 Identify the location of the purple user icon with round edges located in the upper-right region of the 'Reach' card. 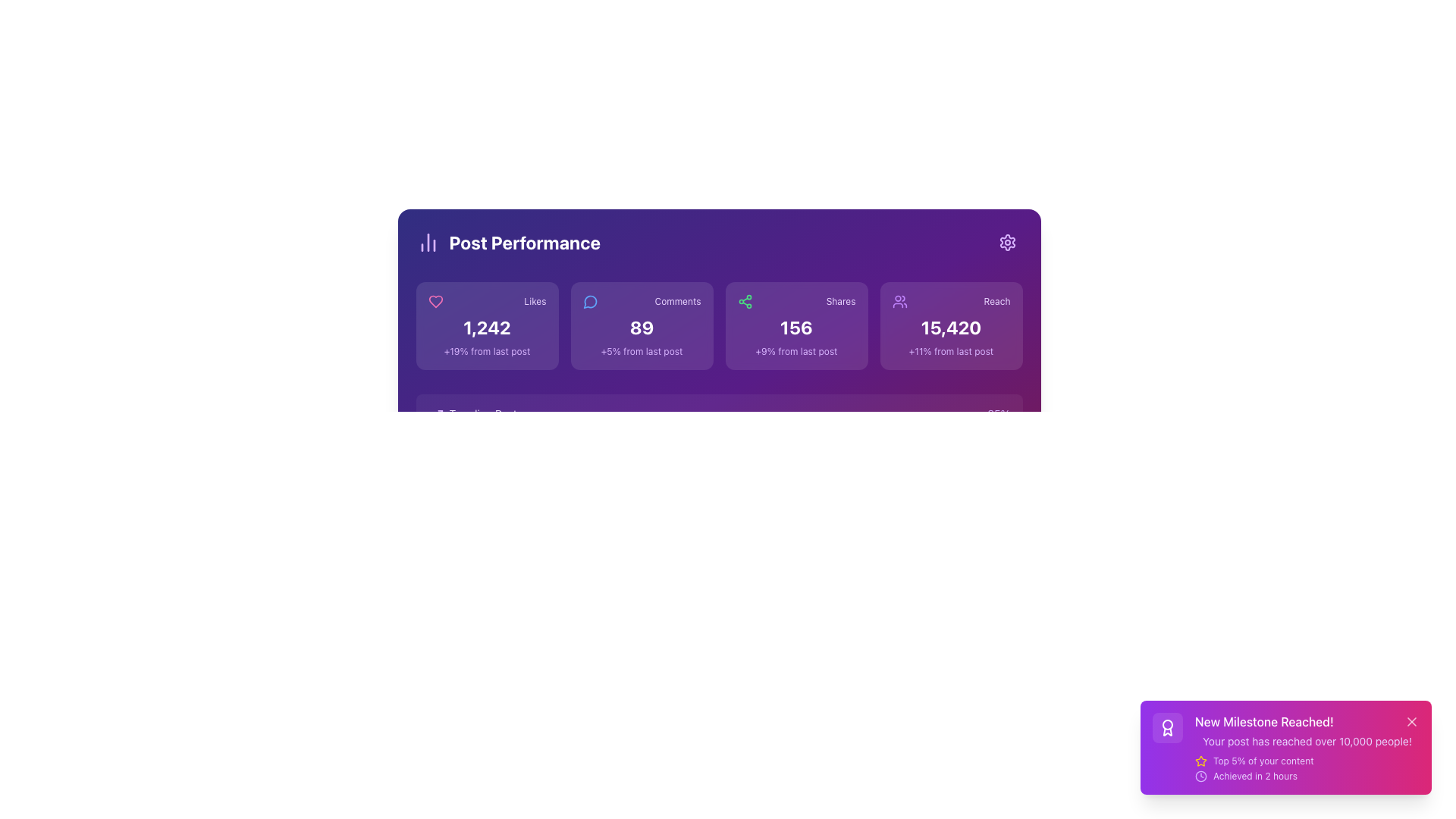
(899, 301).